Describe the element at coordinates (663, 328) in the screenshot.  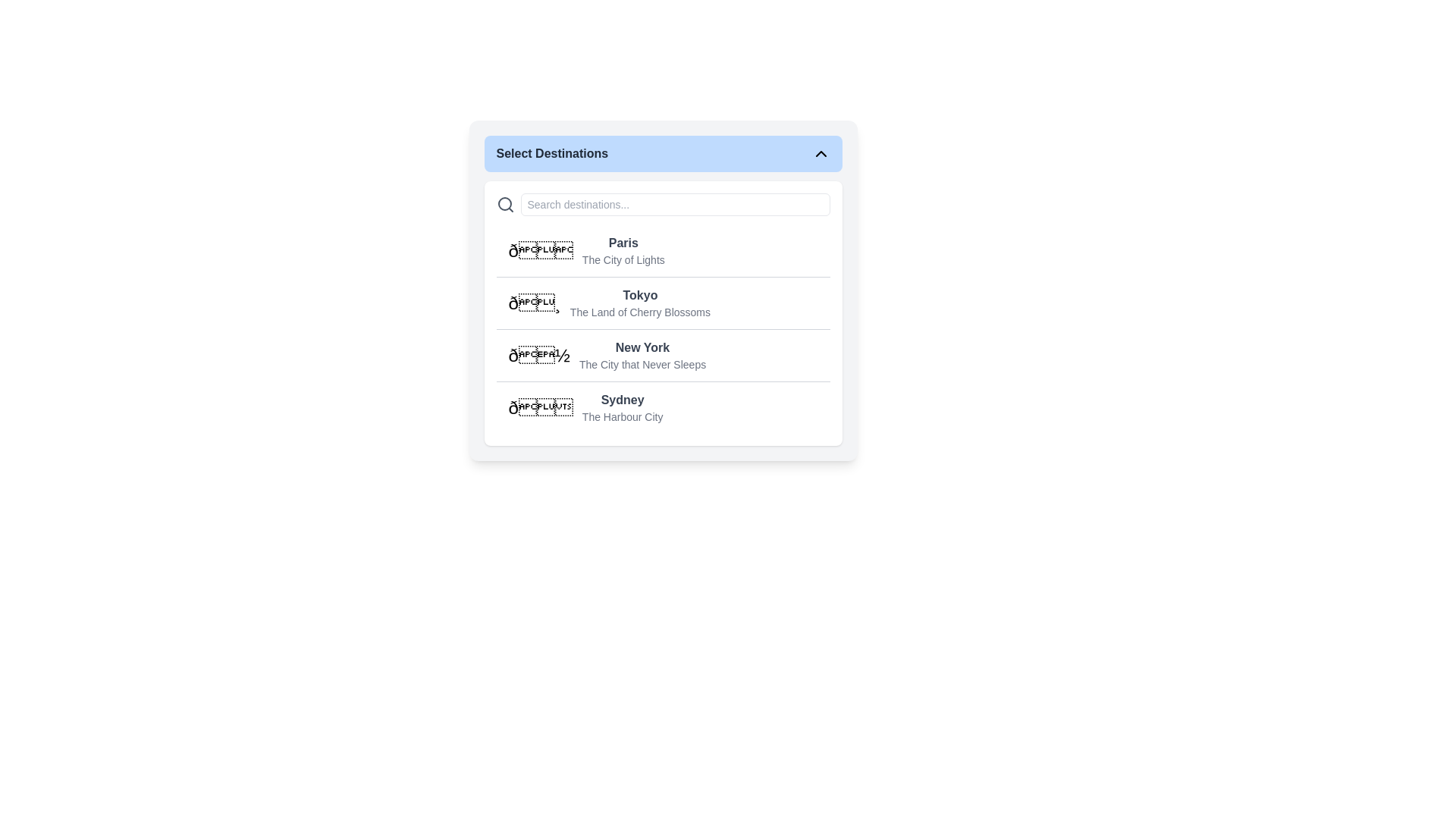
I see `an entry in the 'Select Destinations' list component` at that location.